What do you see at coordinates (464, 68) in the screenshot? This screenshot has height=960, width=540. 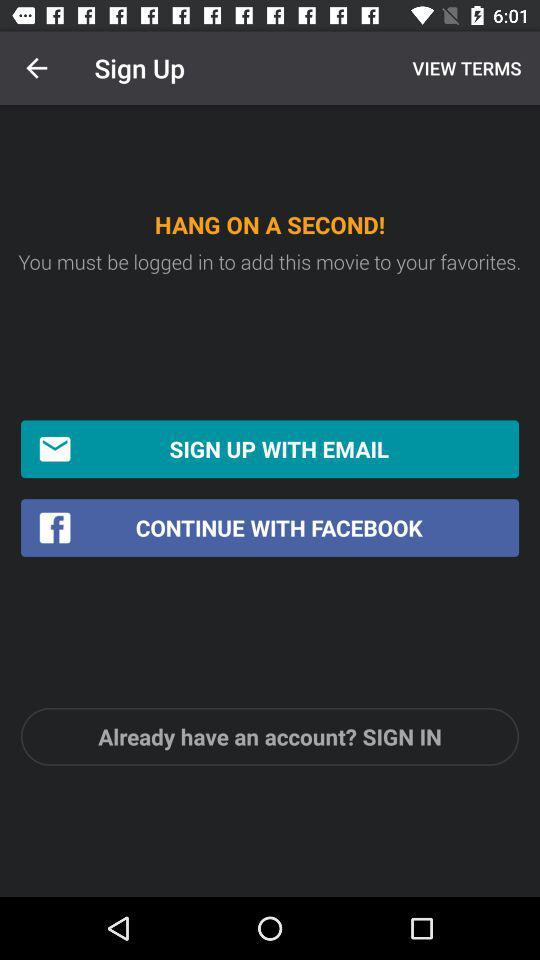 I see `the view terms icon` at bounding box center [464, 68].